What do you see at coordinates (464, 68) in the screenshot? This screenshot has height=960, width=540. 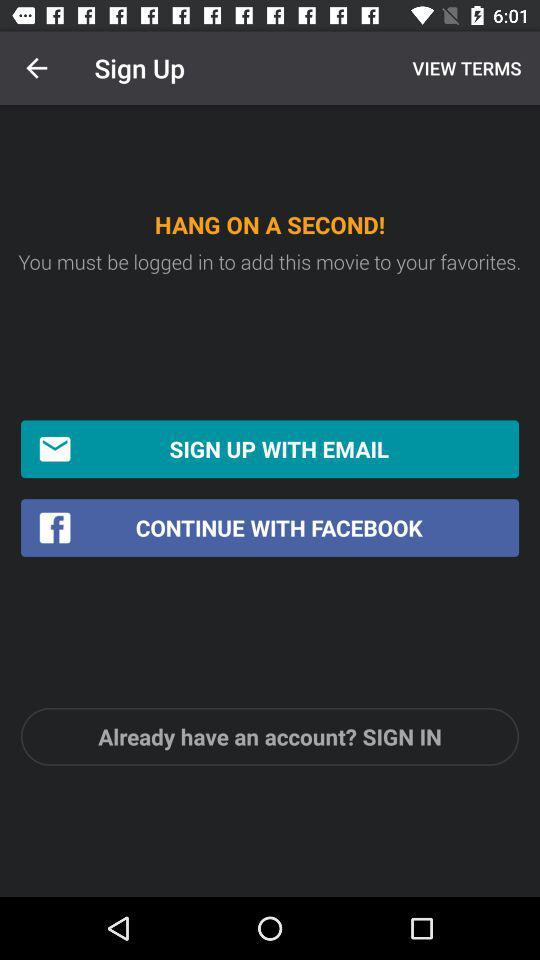 I see `the view terms icon` at bounding box center [464, 68].